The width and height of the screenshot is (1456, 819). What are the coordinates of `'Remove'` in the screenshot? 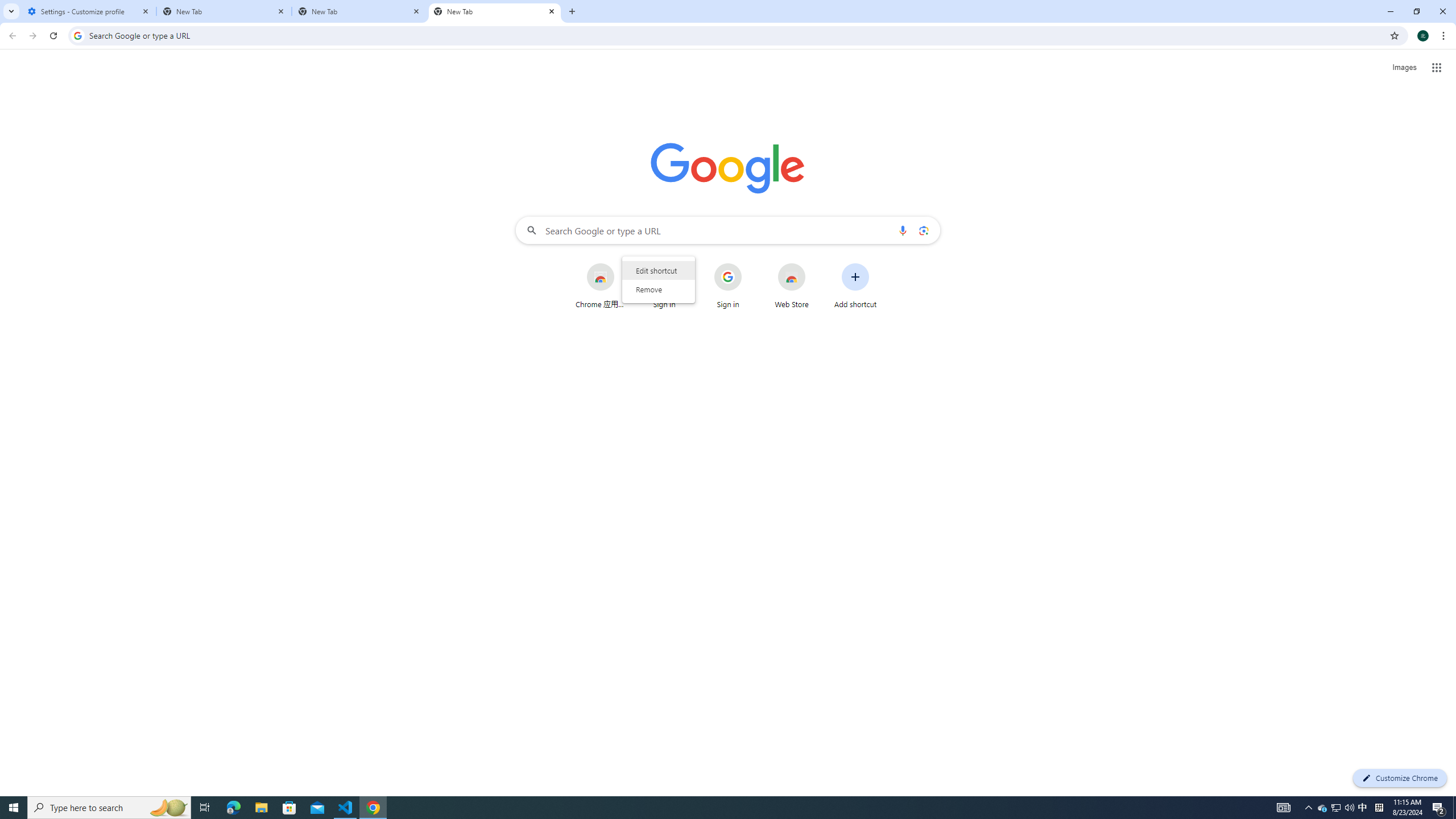 It's located at (658, 289).